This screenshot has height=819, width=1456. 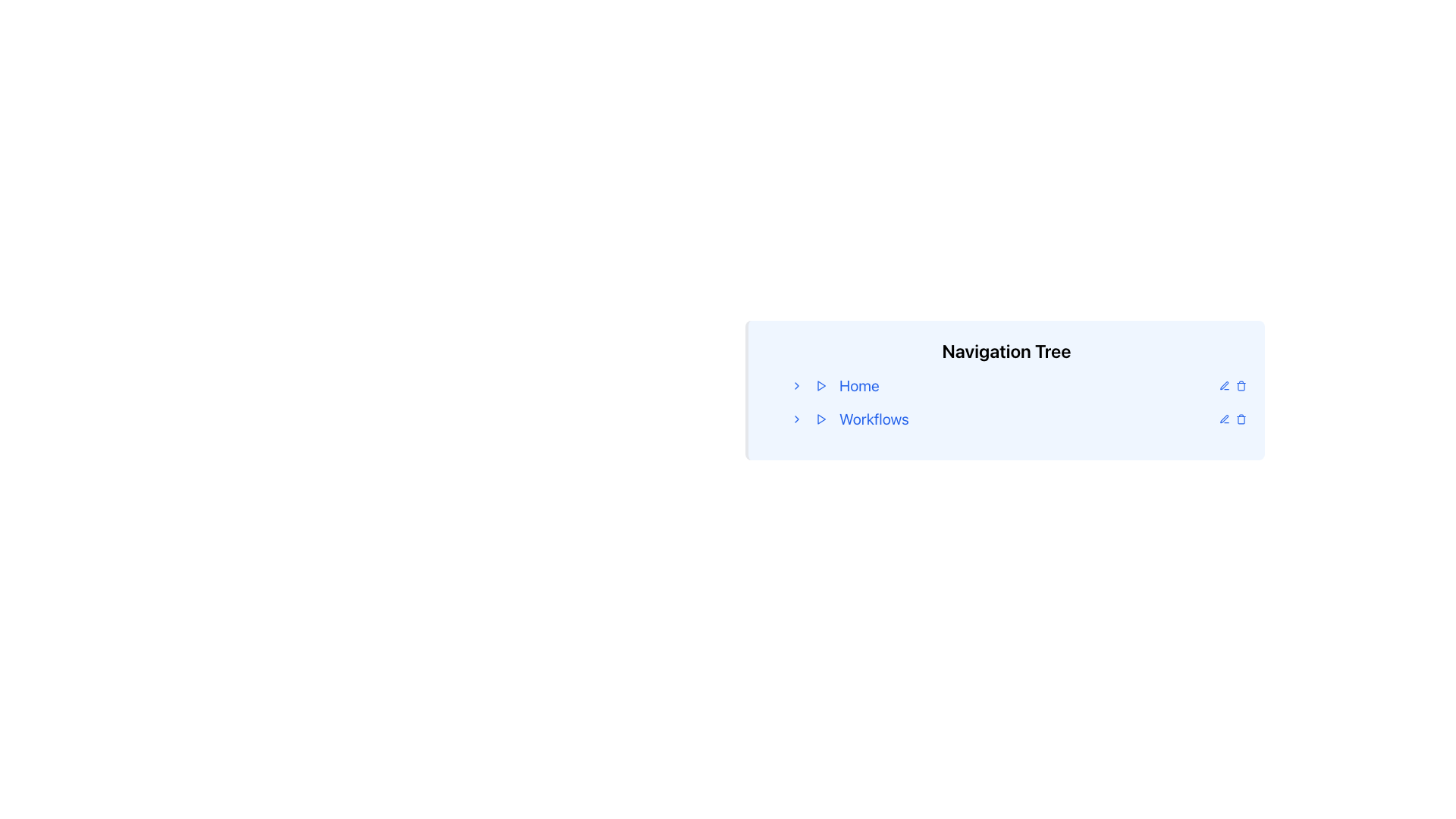 I want to click on the Edit icon button, which is represented by a blue pencil icon located in the bottom right of the Navigation Tree section, so click(x=1224, y=384).